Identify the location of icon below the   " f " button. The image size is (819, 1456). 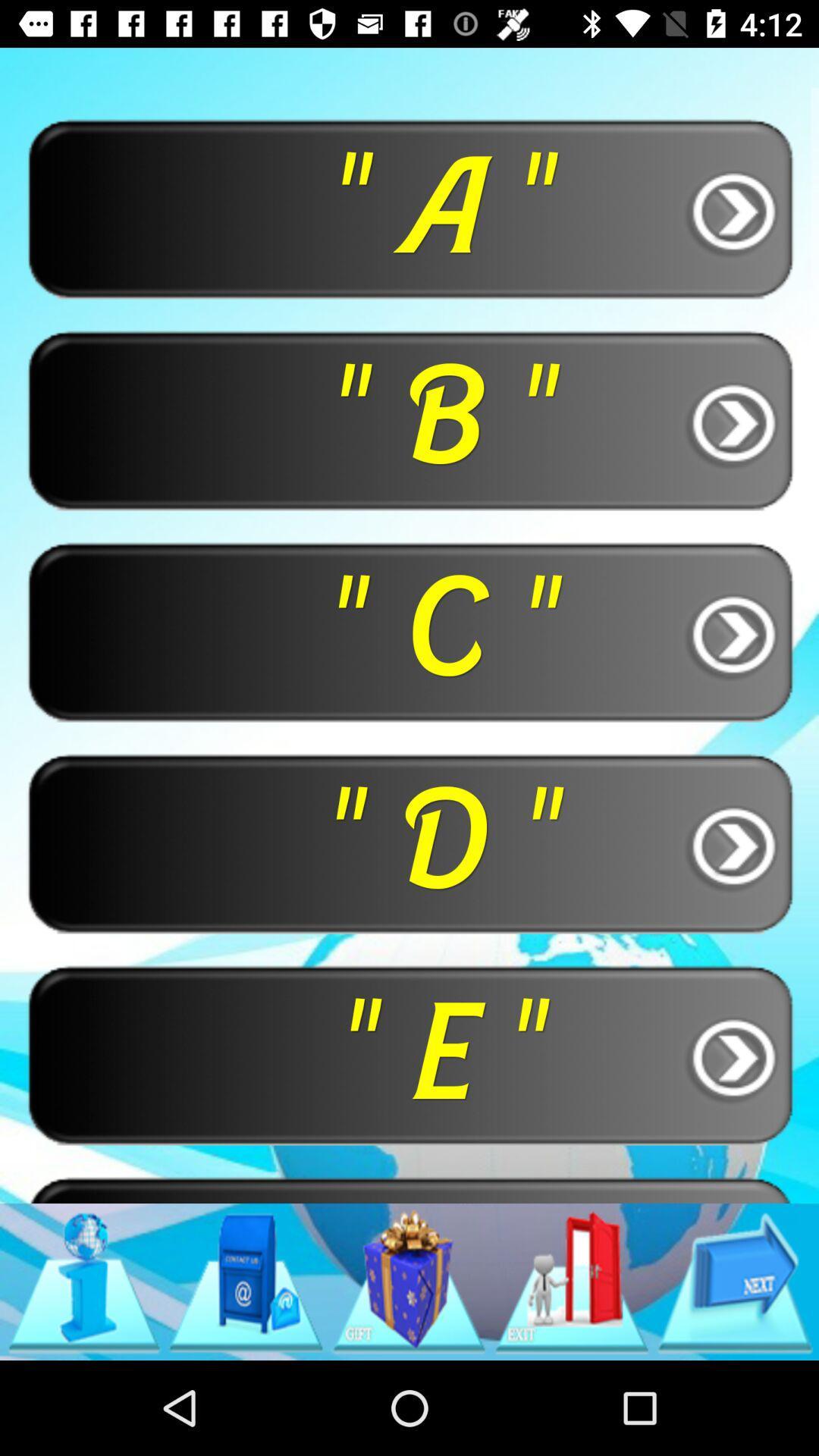
(734, 1281).